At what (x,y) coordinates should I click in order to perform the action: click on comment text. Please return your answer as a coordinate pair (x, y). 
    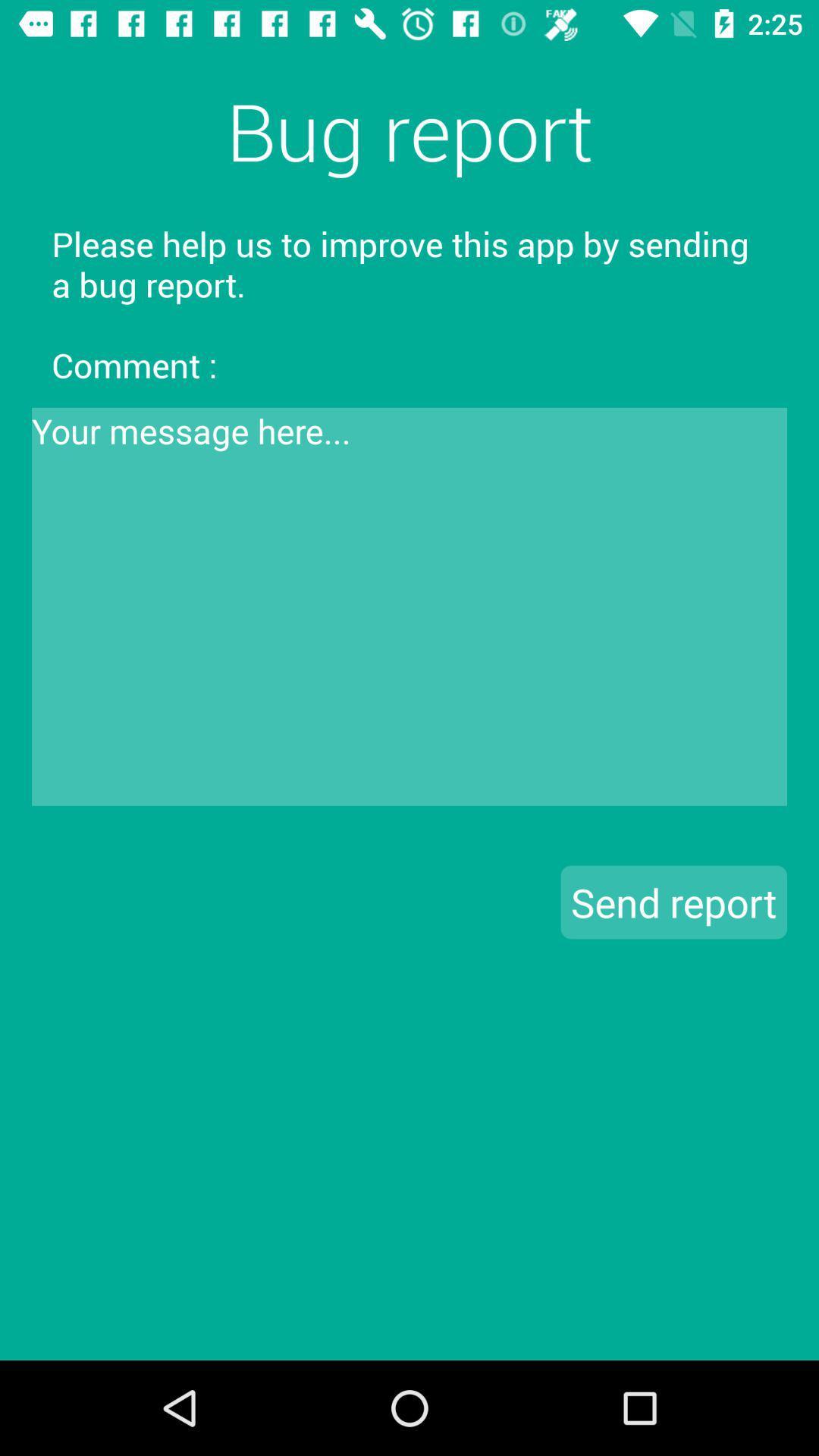
    Looking at the image, I should click on (409, 607).